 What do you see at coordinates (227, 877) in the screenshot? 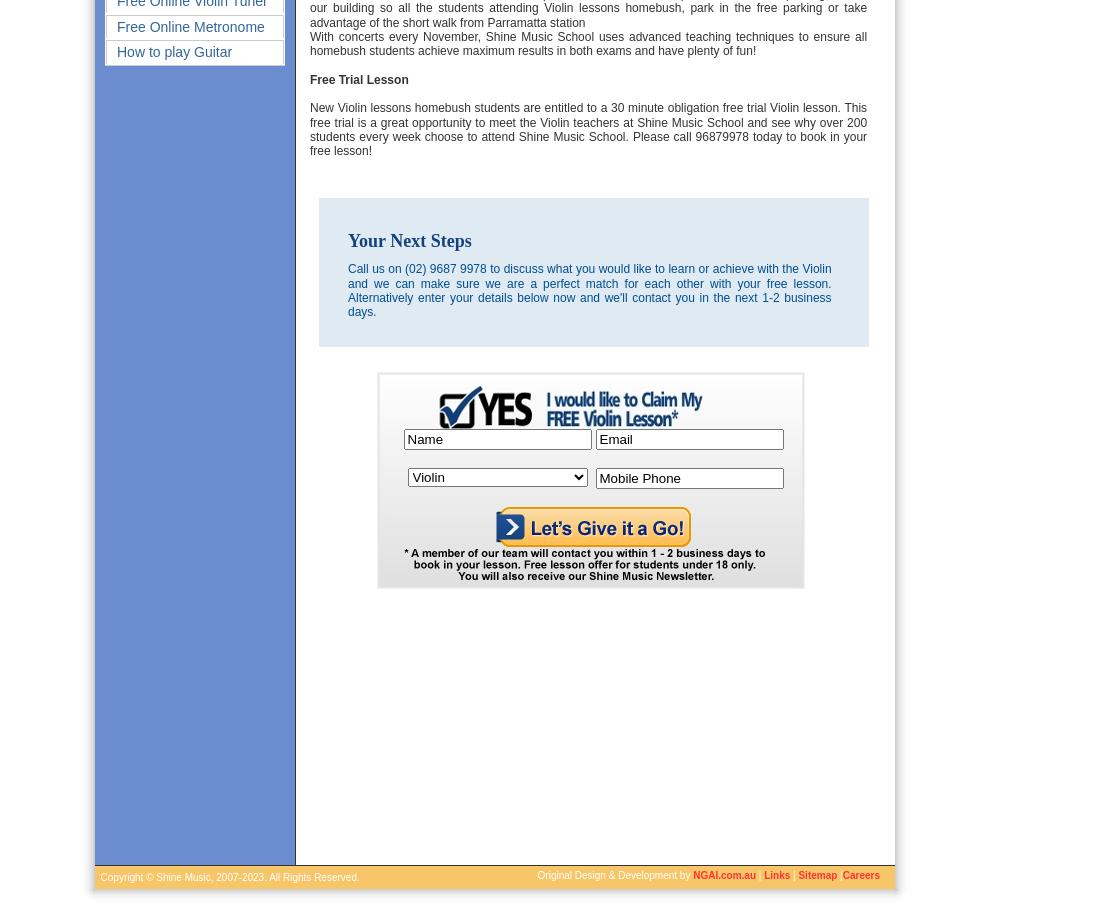
I see `'Copyright © Shine Music, 2007-2023. All Rights Reserved.'` at bounding box center [227, 877].